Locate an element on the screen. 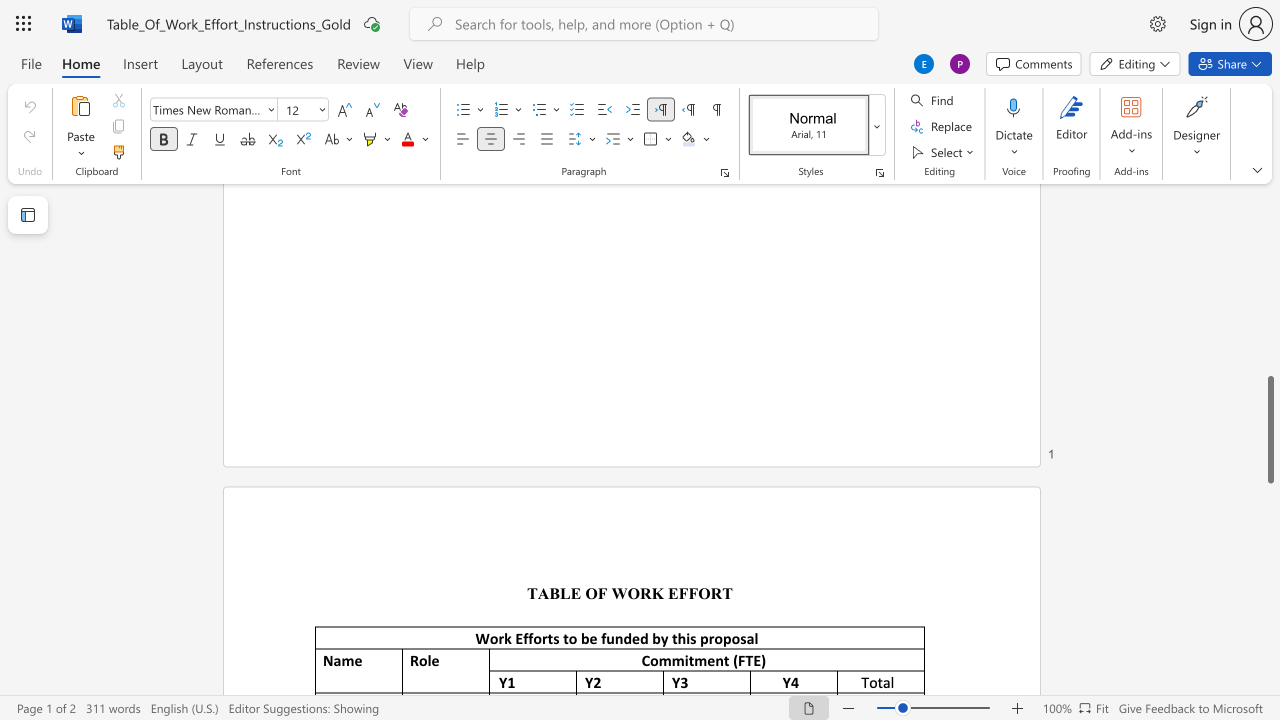  the scrollbar on the right is located at coordinates (1269, 238).